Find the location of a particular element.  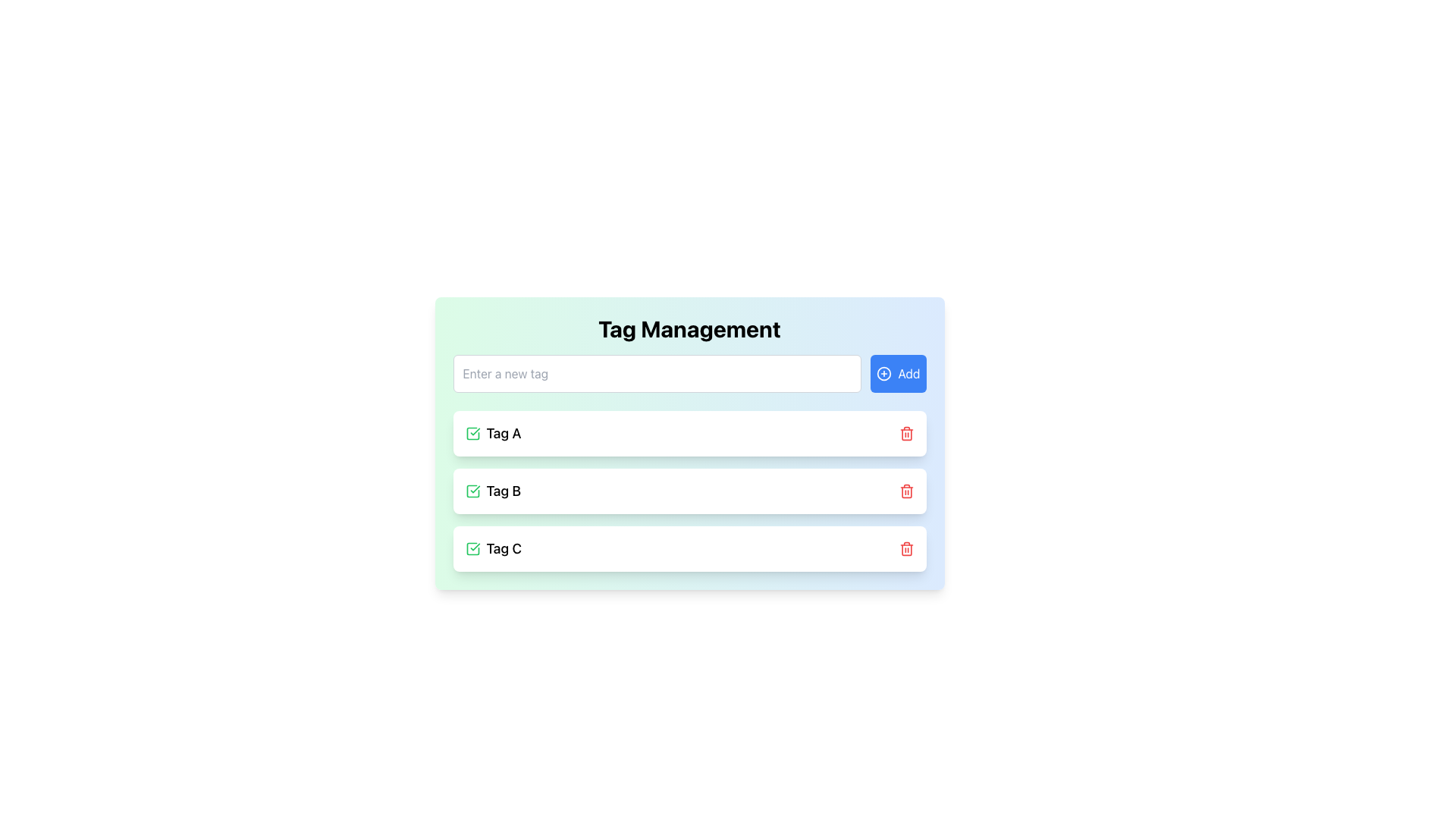

the delete button (trash icon) for the 'Tag B' entry in the list is located at coordinates (906, 491).